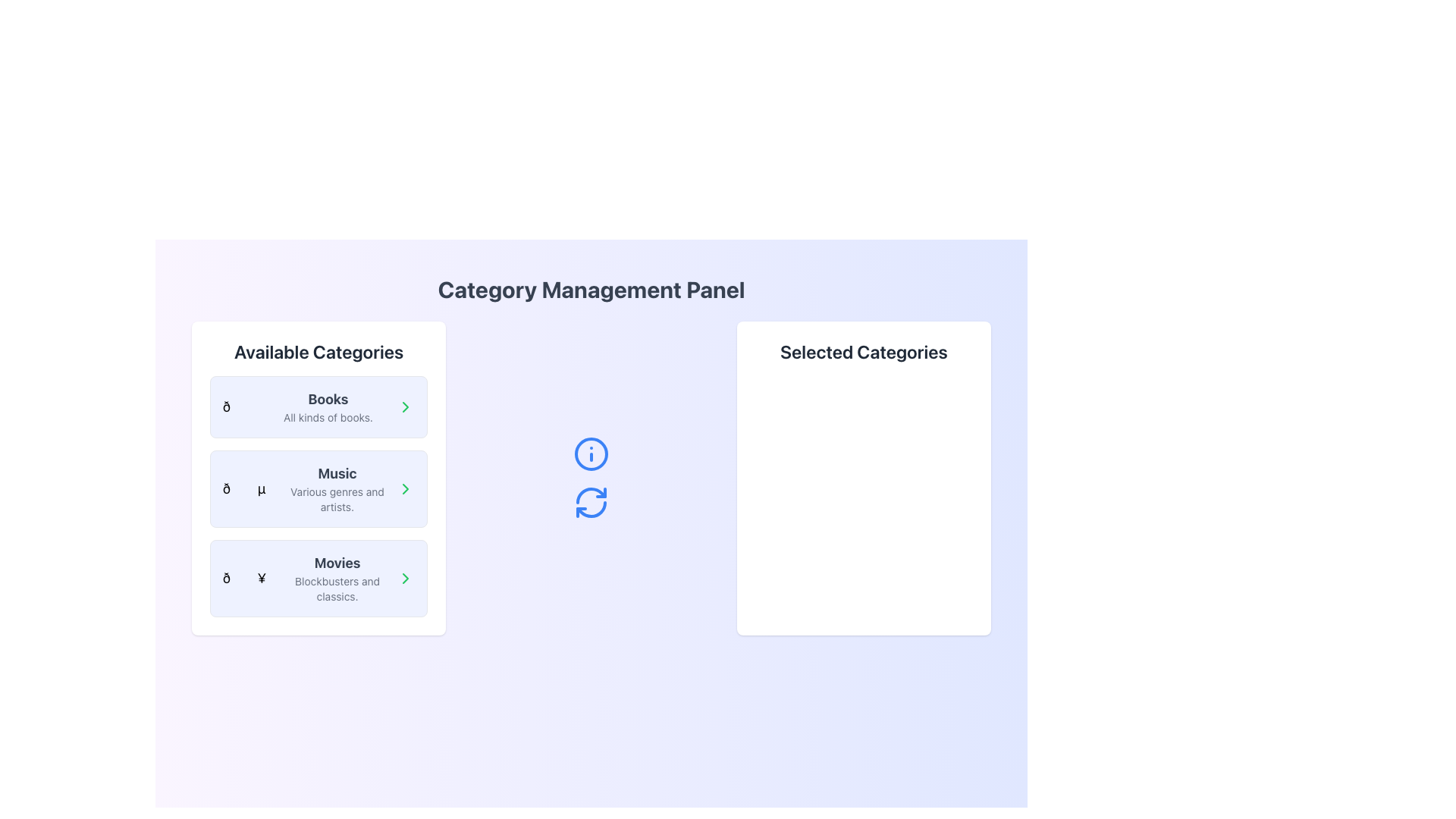 This screenshot has width=1456, height=819. What do you see at coordinates (318, 497) in the screenshot?
I see `the second category item in the 'Available Categories' panel` at bounding box center [318, 497].